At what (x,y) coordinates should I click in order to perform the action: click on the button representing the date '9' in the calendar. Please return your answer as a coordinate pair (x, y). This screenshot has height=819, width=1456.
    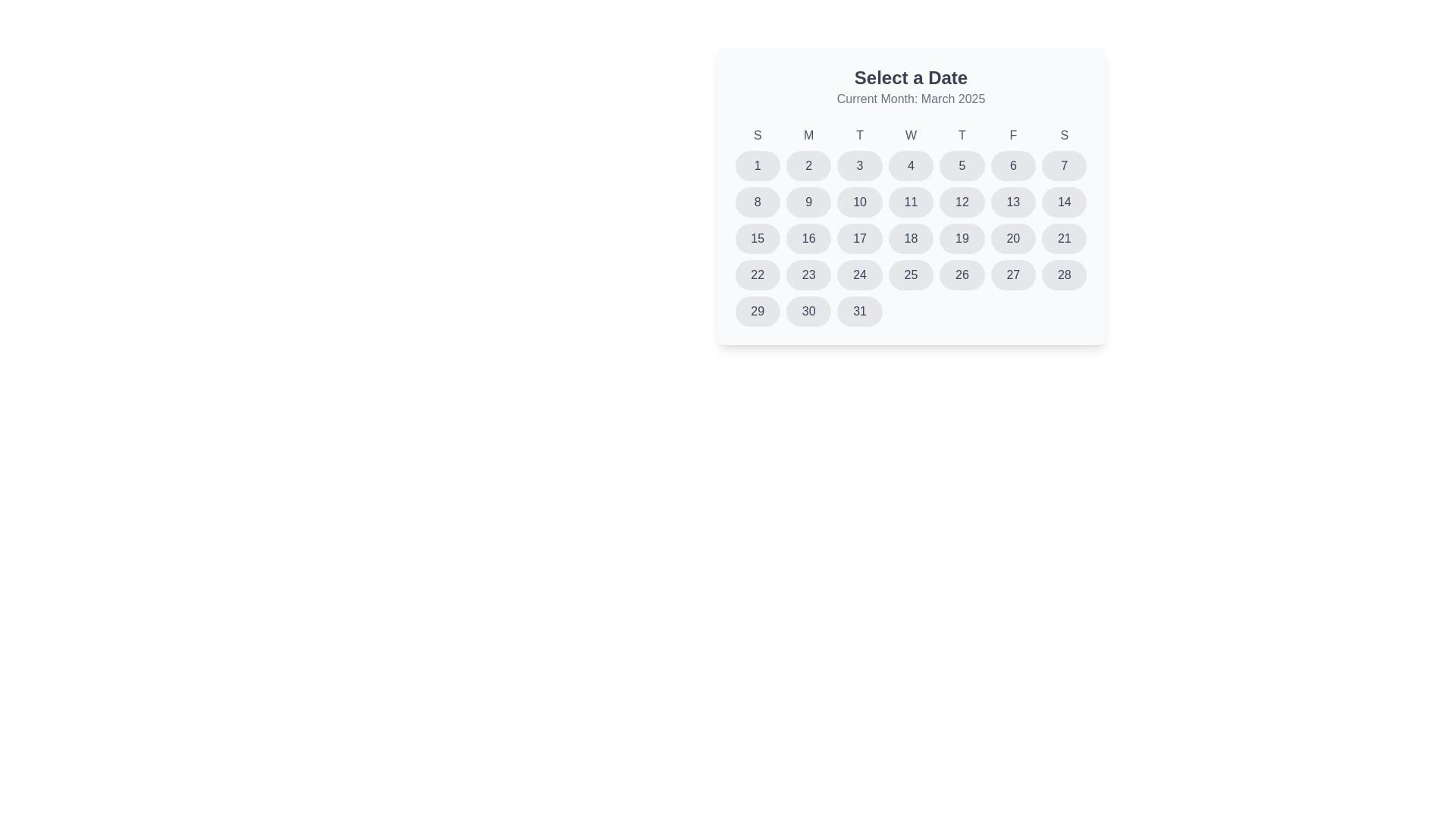
    Looking at the image, I should click on (808, 201).